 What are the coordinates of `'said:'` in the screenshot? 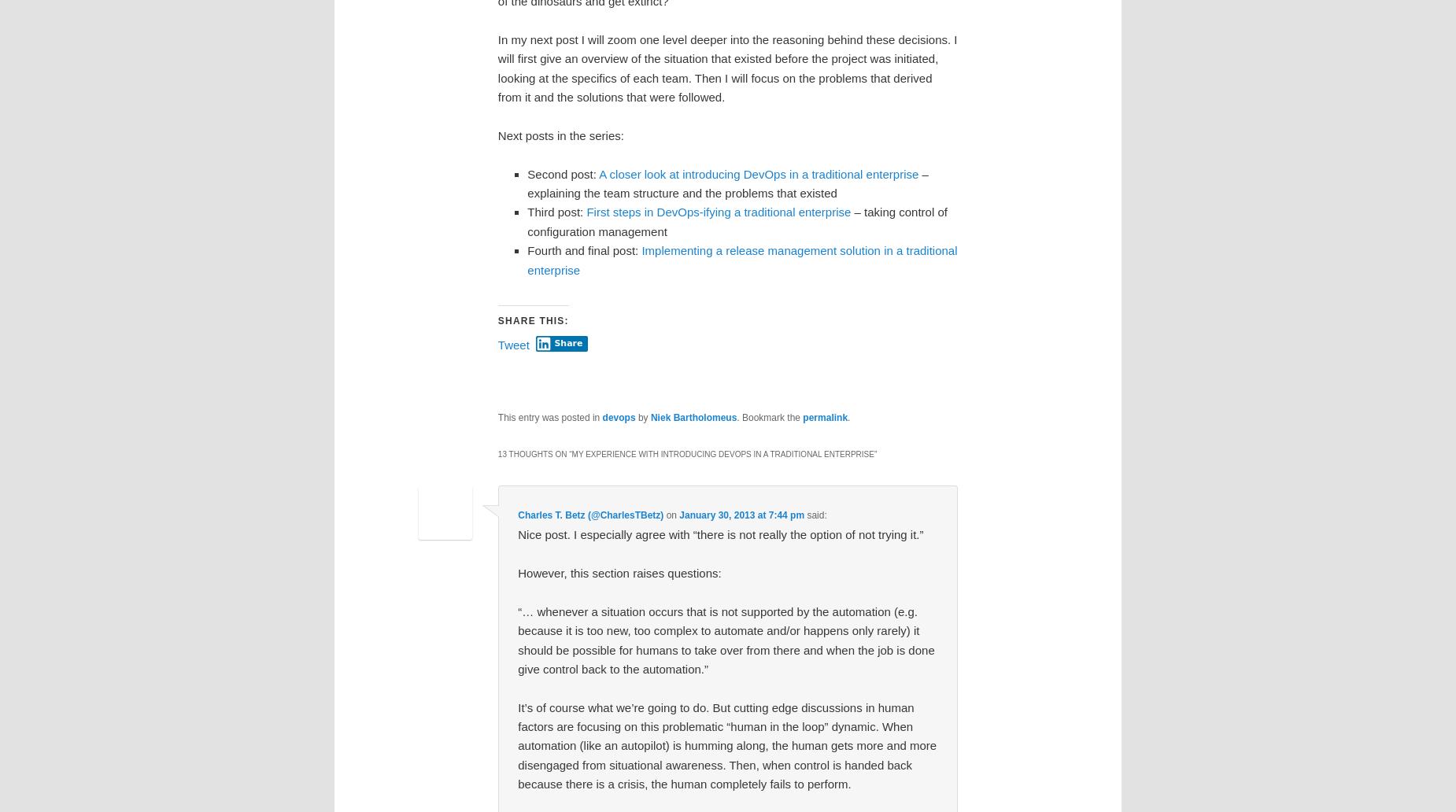 It's located at (815, 513).